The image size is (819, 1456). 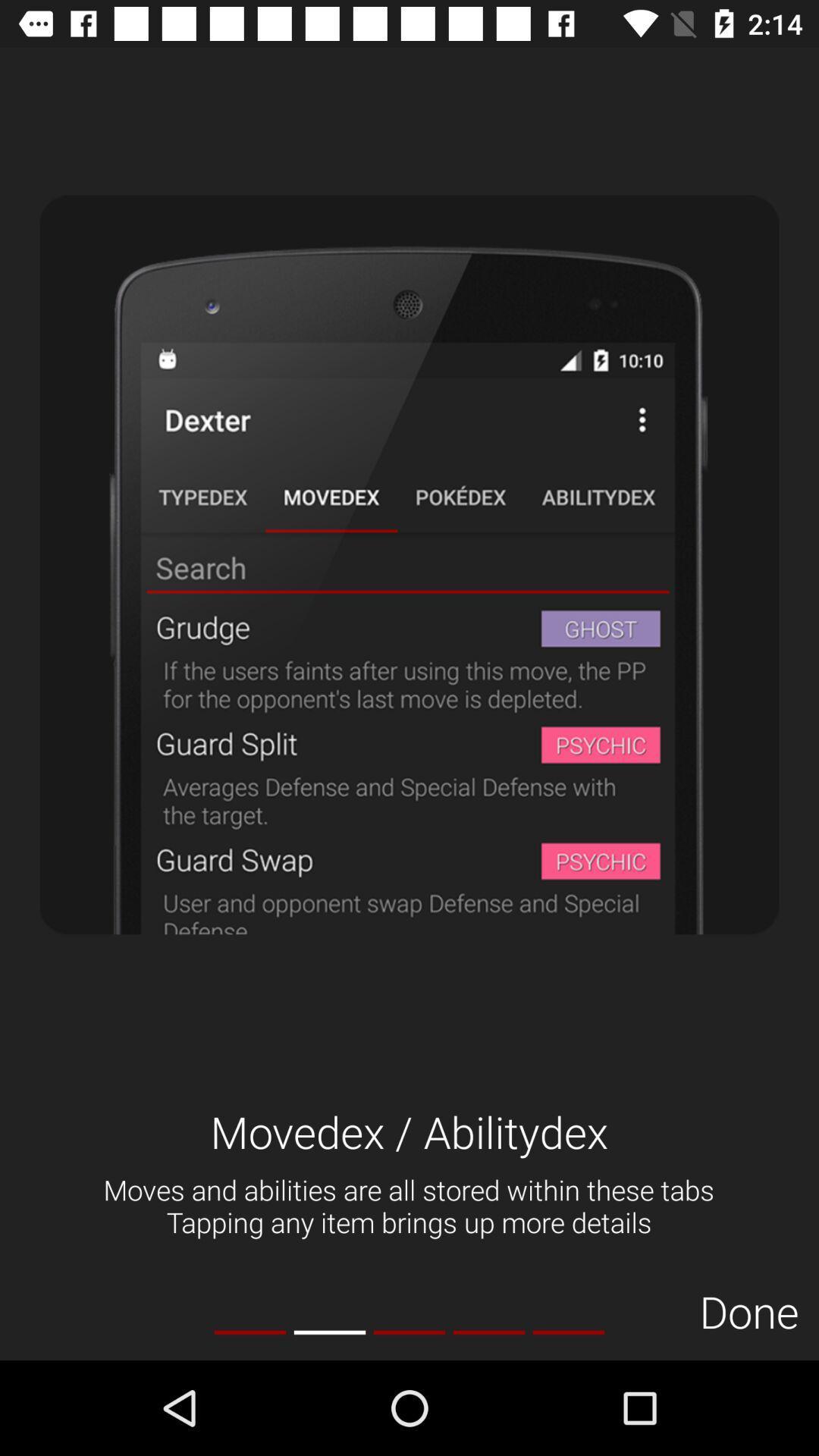 What do you see at coordinates (748, 1310) in the screenshot?
I see `done app` at bounding box center [748, 1310].